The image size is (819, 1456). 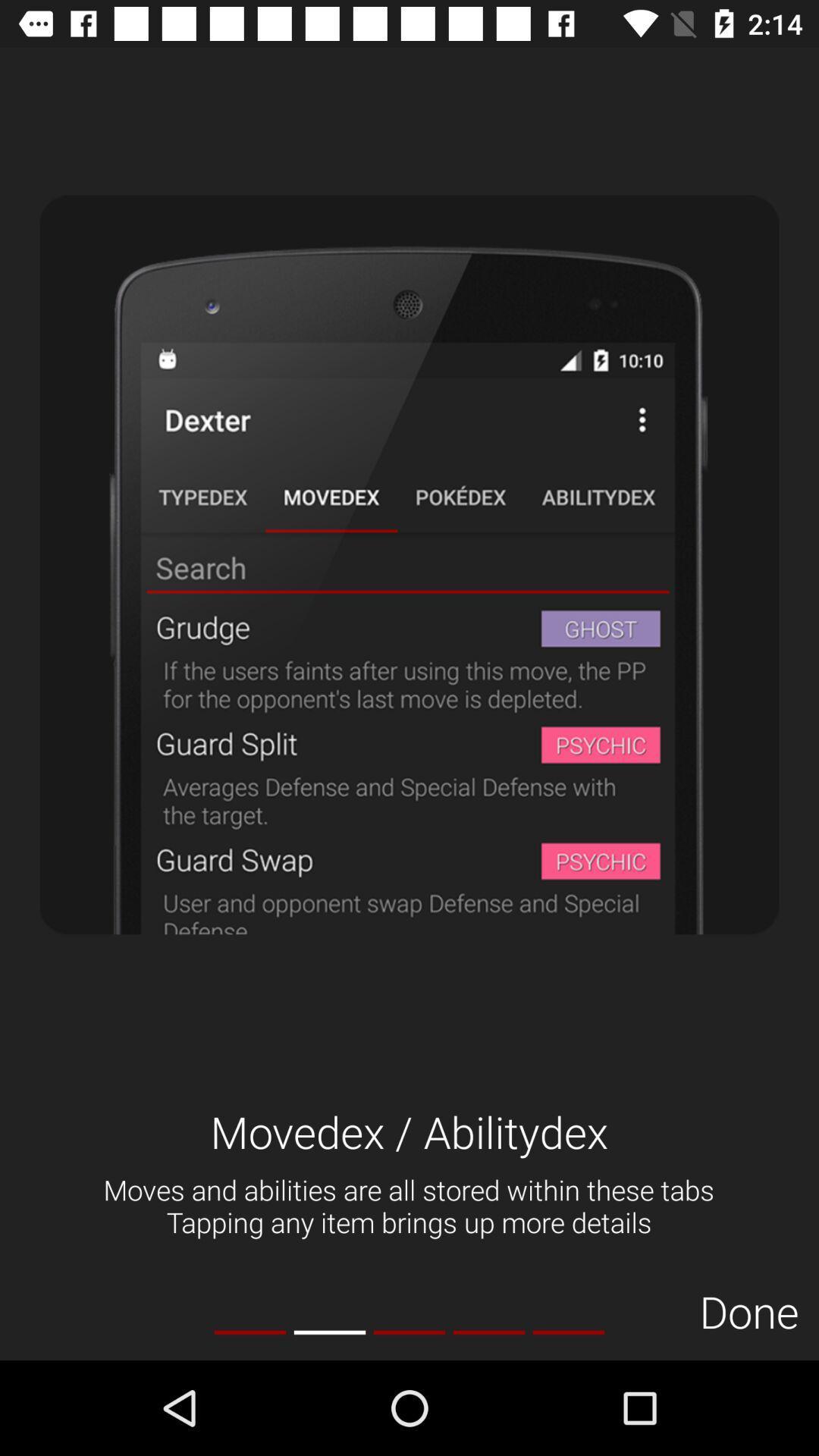 What do you see at coordinates (748, 1310) in the screenshot?
I see `done app` at bounding box center [748, 1310].